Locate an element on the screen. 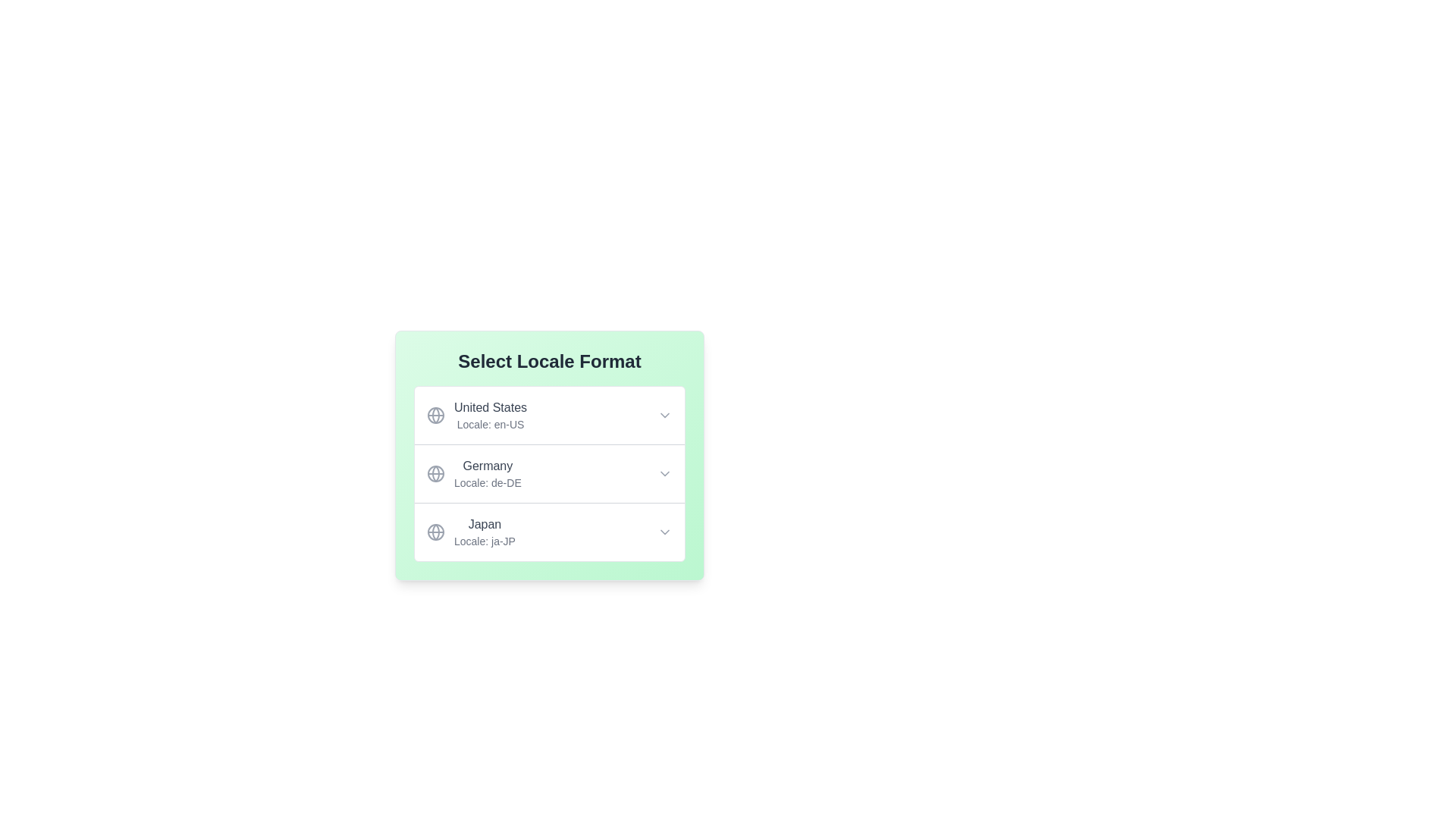 Image resolution: width=1456 pixels, height=819 pixels. the Text label displaying the locale identifier ('ja-JP') for Japan, which is located directly below the text 'Japan' in the Japanese locale details section is located at coordinates (484, 540).